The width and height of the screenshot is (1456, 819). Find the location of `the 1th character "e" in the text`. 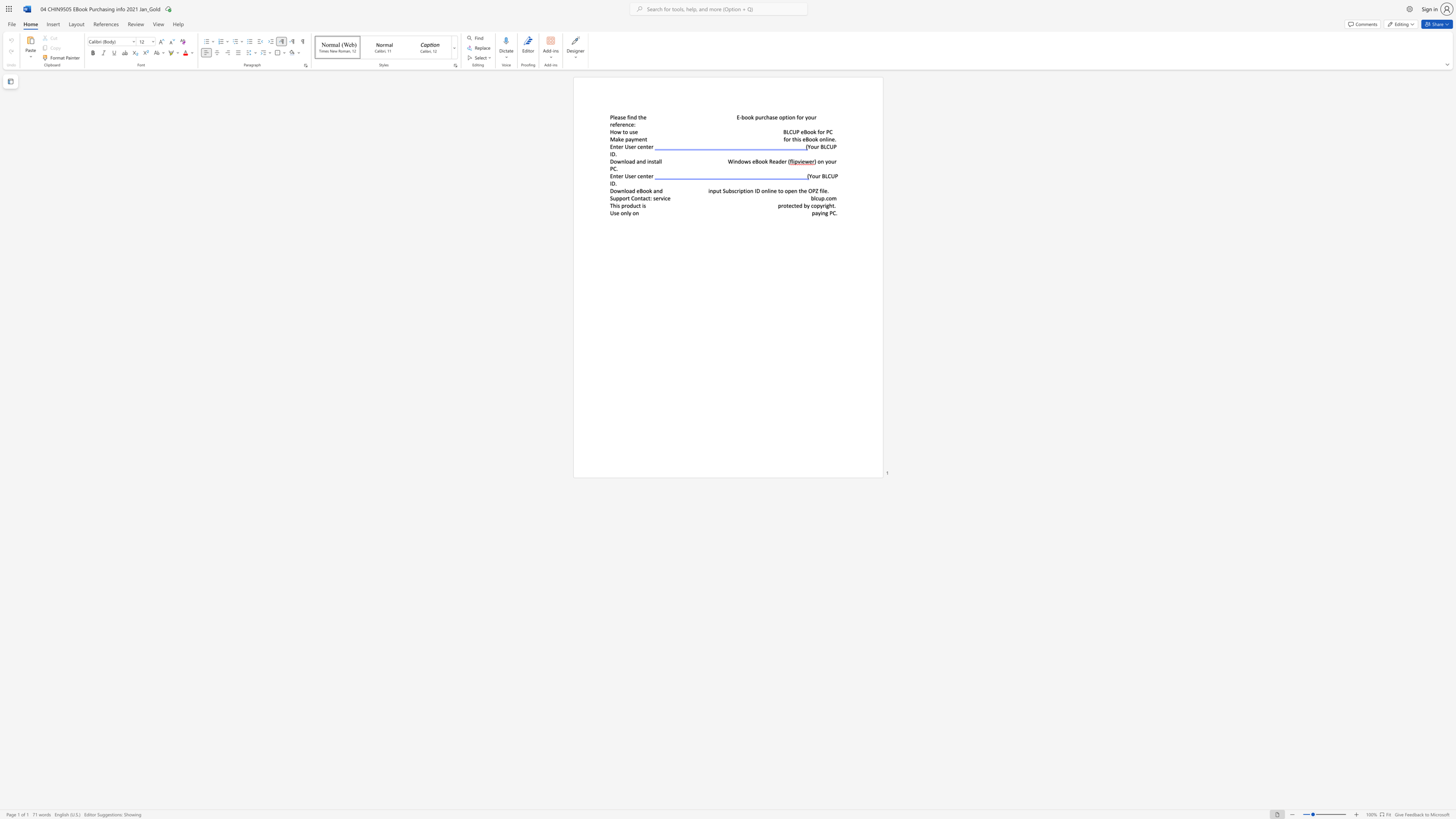

the 1th character "e" in the text is located at coordinates (613, 124).